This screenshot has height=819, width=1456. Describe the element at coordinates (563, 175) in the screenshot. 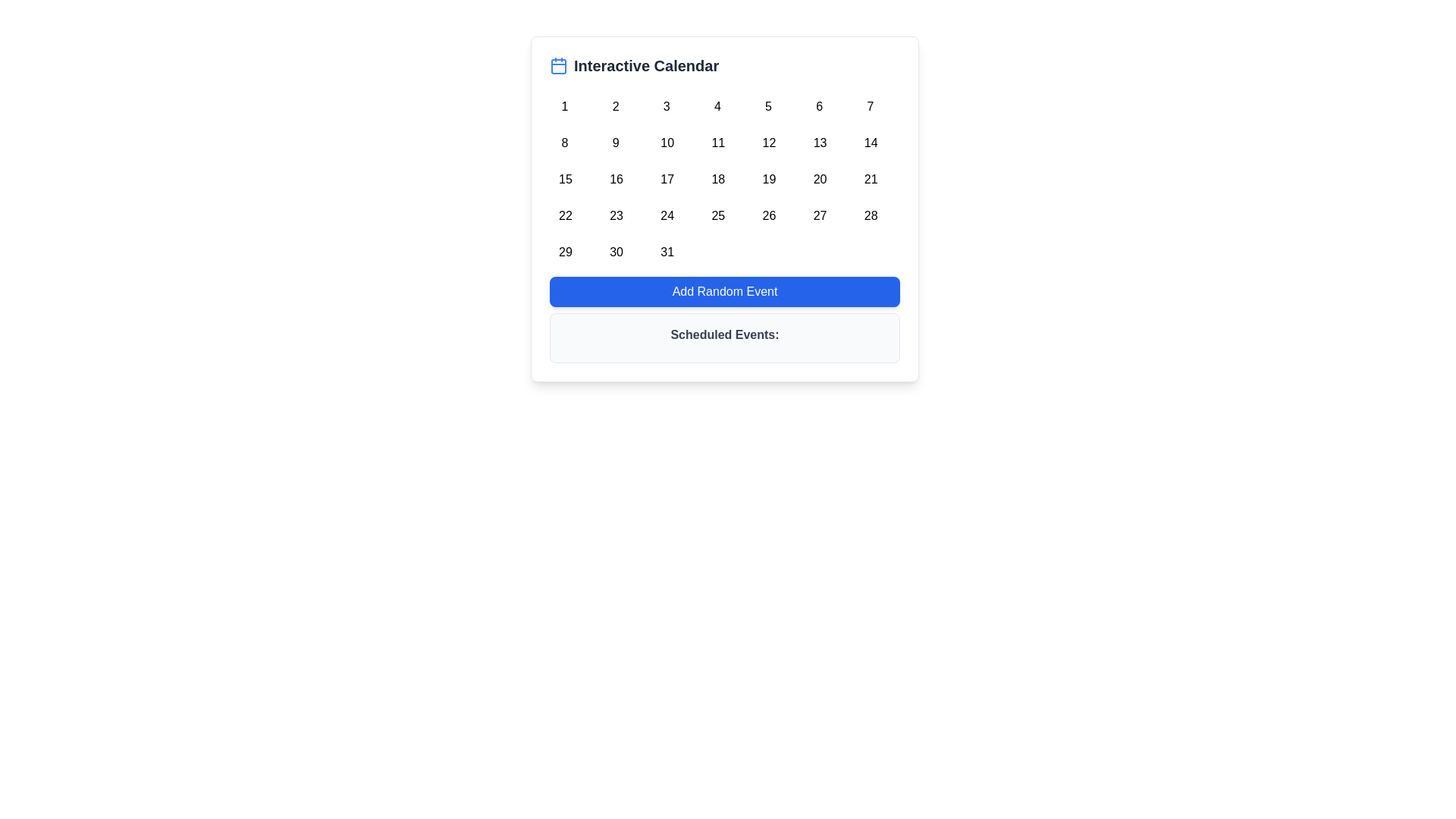

I see `the button representing a specific day in the calendar located in the third row and first column of the calendar grid` at that location.